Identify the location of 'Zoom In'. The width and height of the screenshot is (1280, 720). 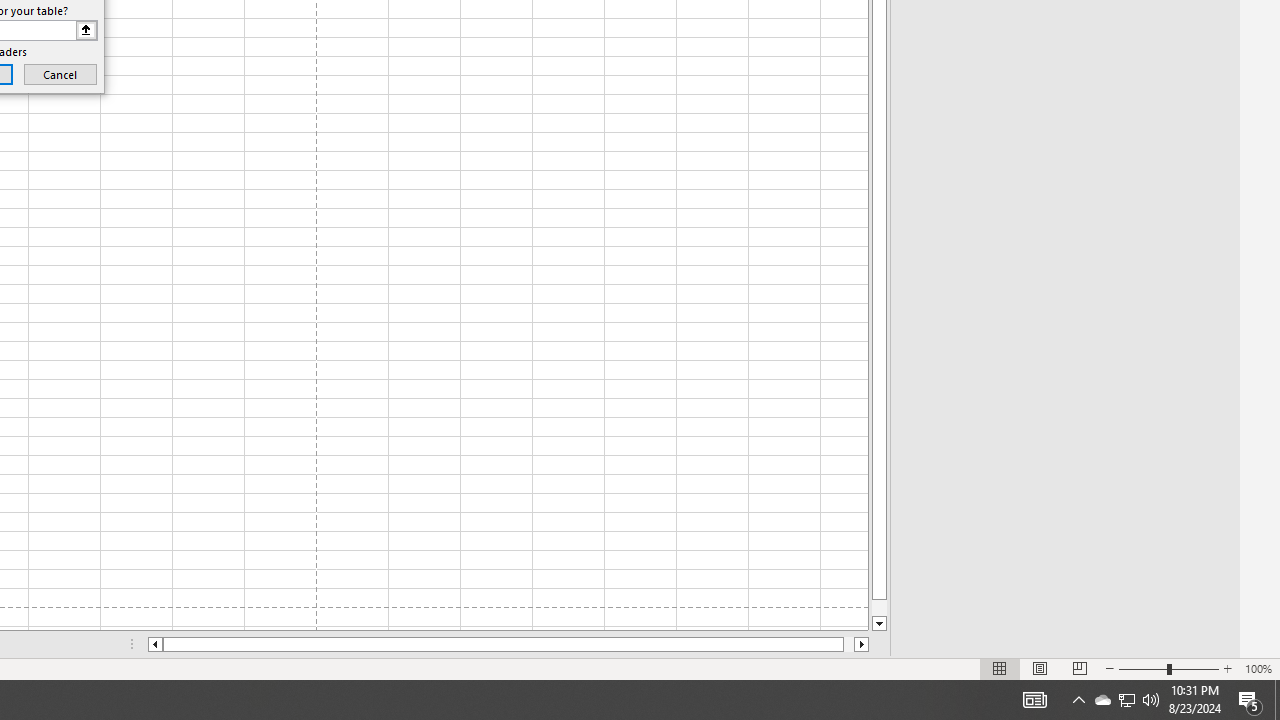
(1226, 669).